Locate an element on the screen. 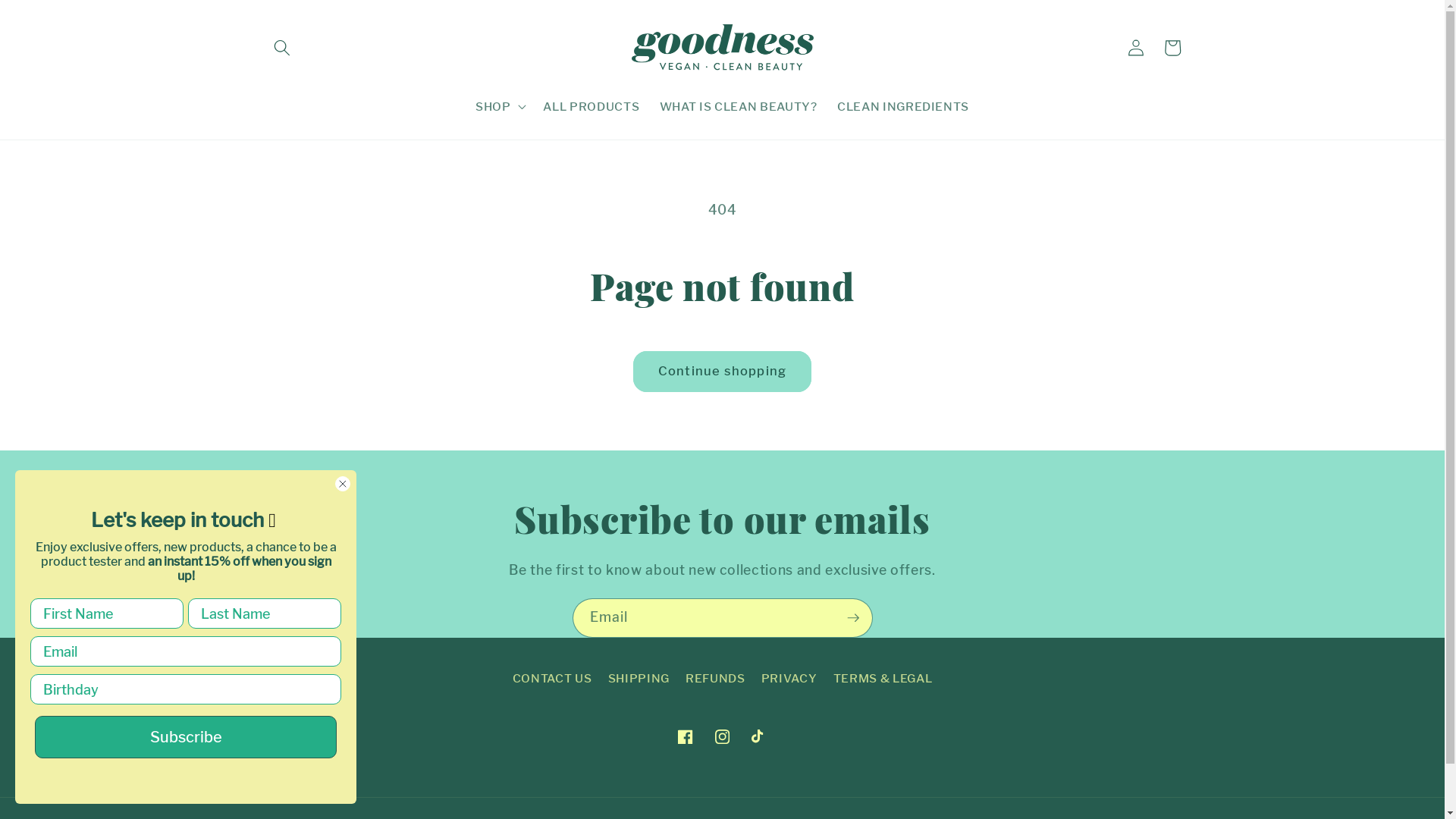  'Subscribe' is located at coordinates (184, 736).